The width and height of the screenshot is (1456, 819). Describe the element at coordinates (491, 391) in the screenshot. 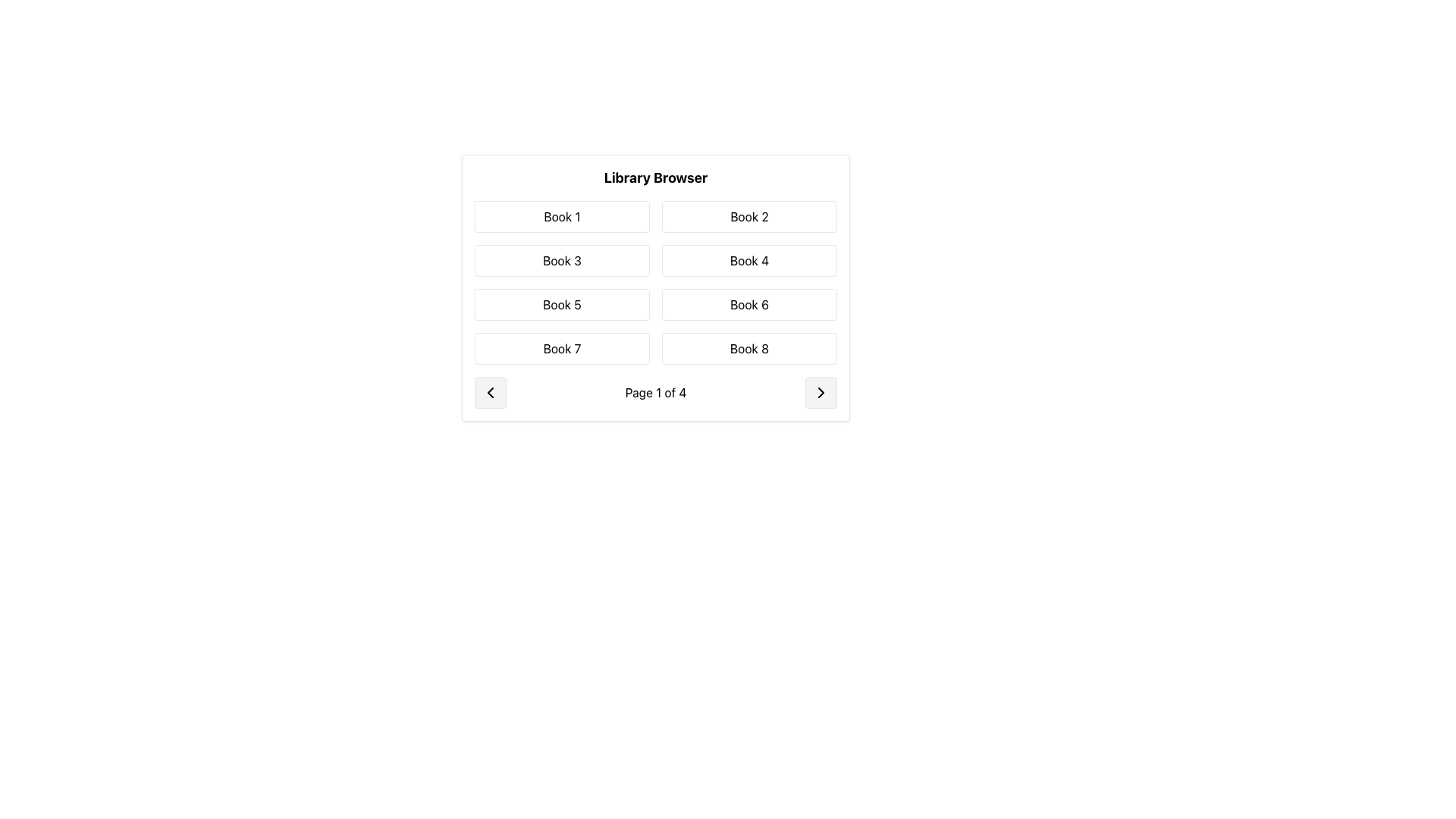

I see `the small, square-shaped button with a gray background and a black left-pointing chevron icon, located on the left side of the pagination control bar below the grid of book names` at that location.